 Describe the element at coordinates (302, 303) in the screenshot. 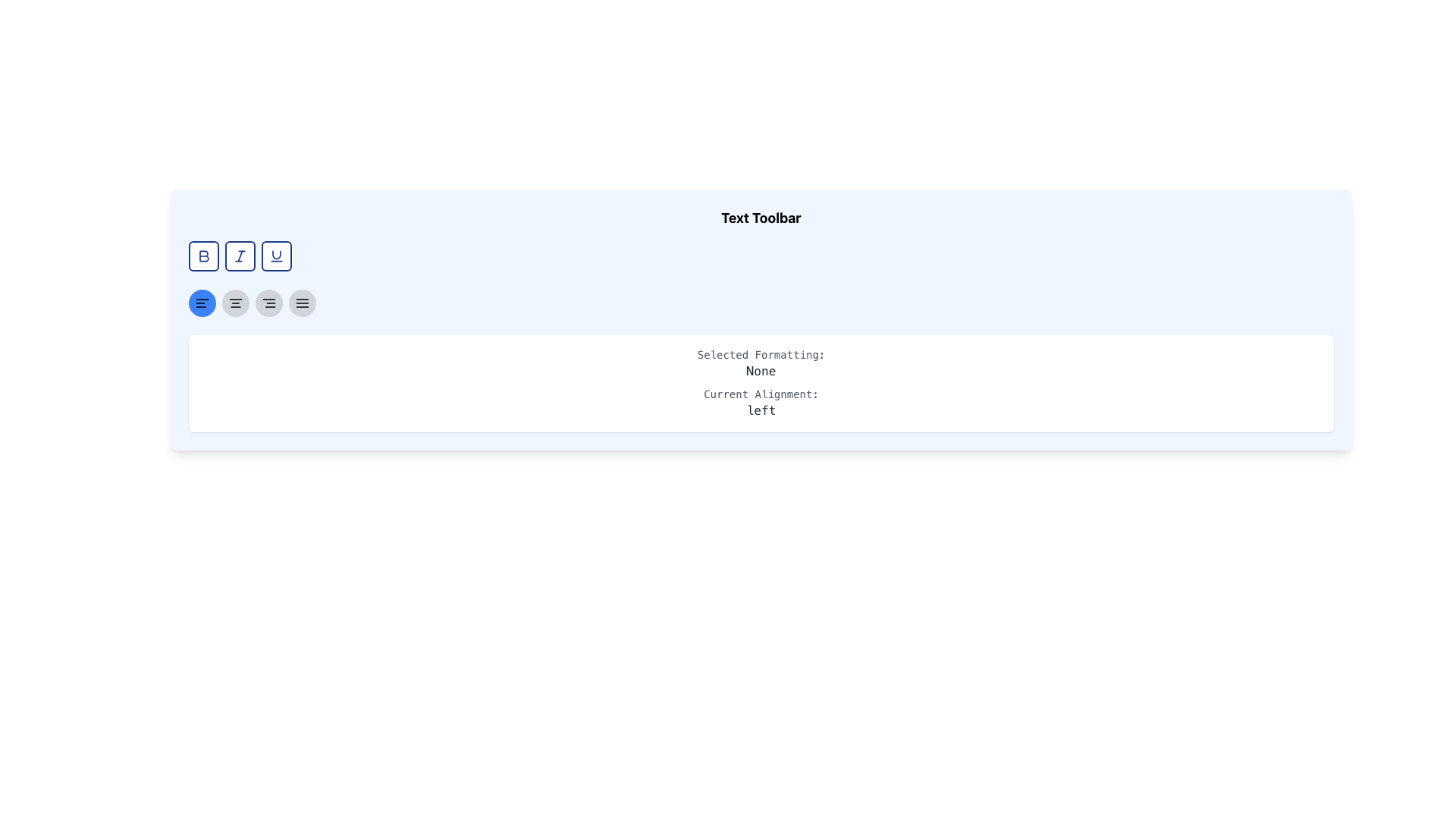

I see `the justify icon button, which is a dark gray icon resembling three stacked horizontal lines on a light gray circular button` at that location.